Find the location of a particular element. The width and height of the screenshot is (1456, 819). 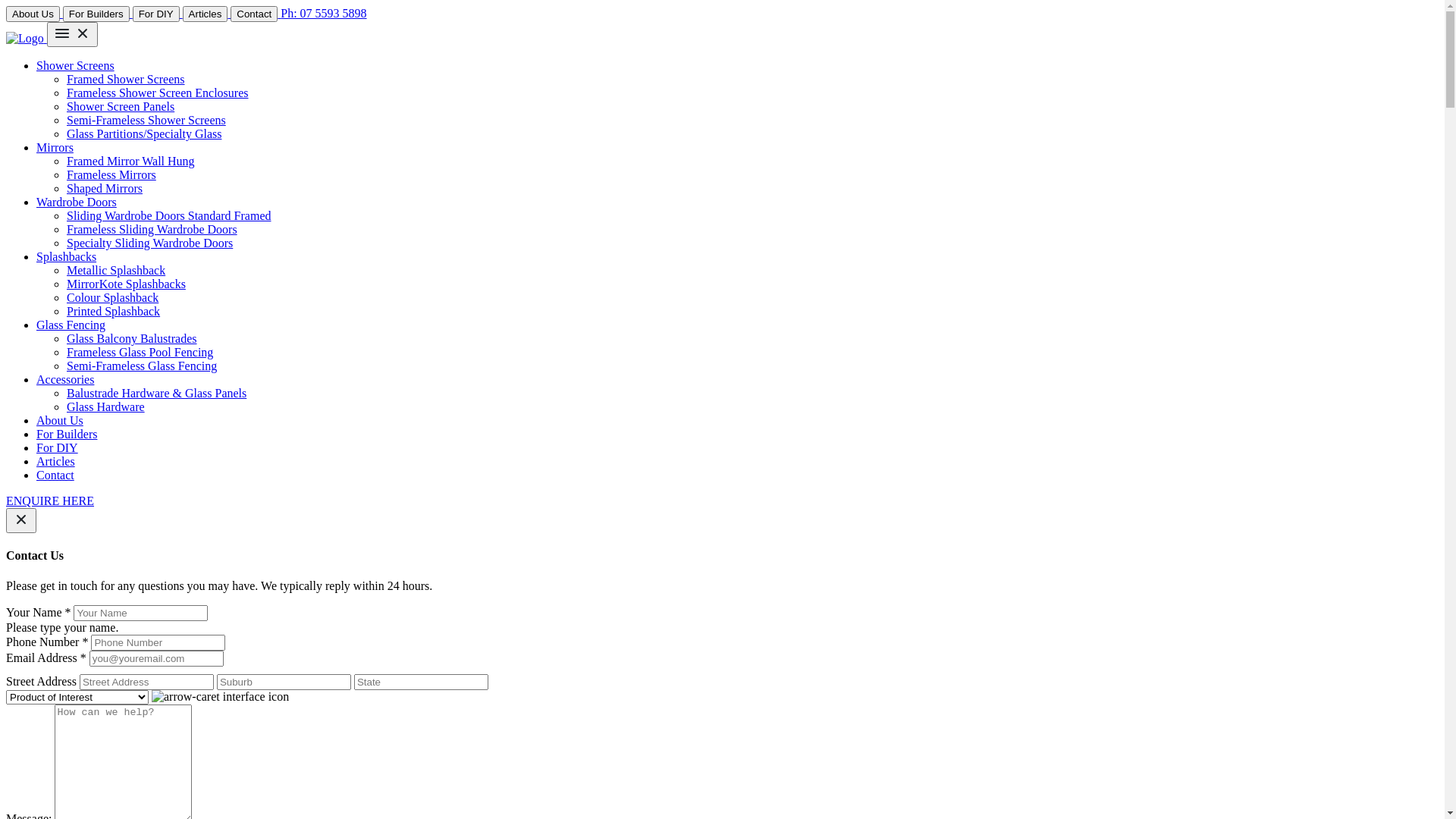

'About Us' is located at coordinates (6, 13).